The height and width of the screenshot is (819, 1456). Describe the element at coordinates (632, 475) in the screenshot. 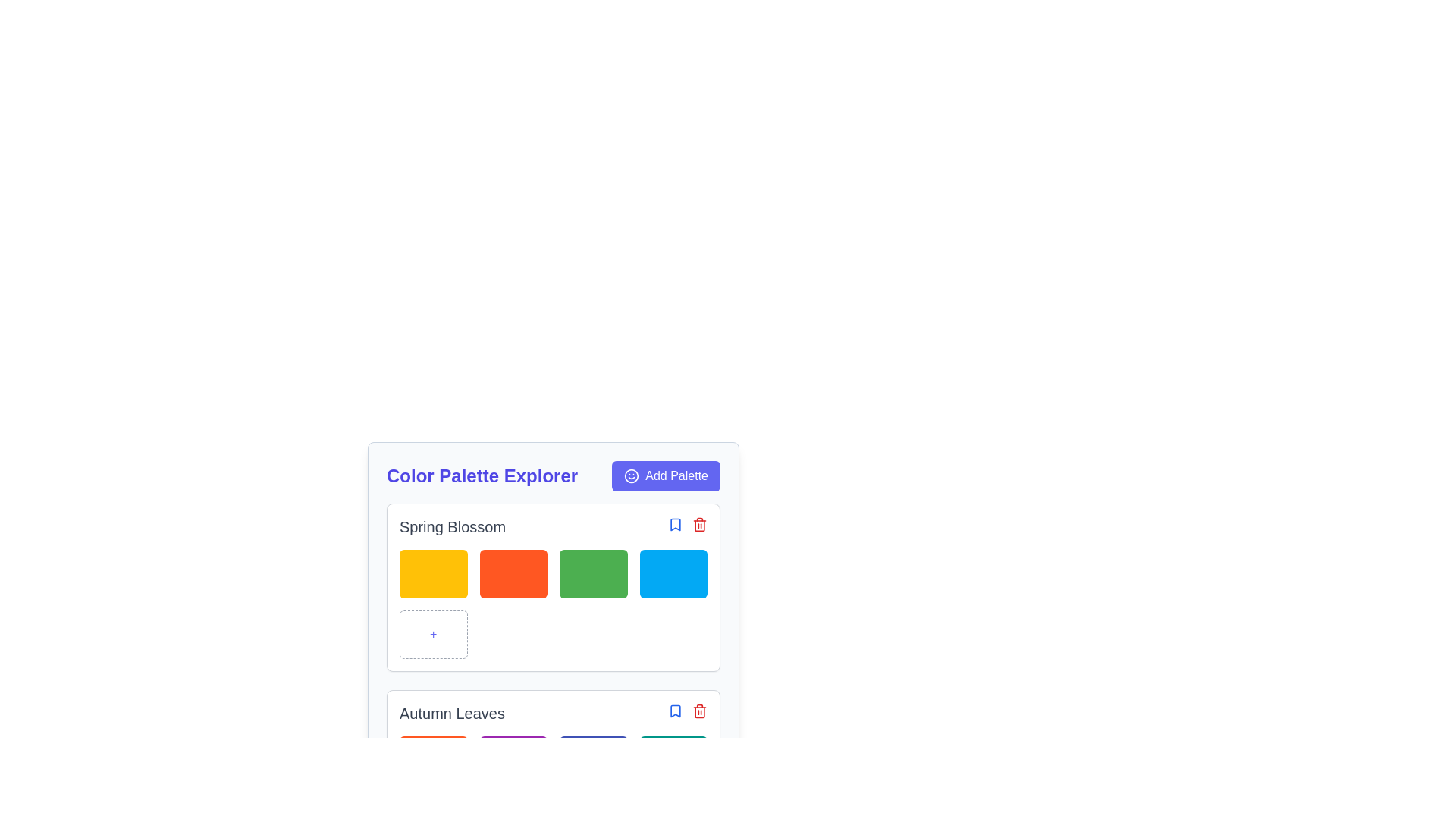

I see `the circular smiley face icon with a purple fill that is part of the 'Add Palette' button, located to the left of the text` at that location.